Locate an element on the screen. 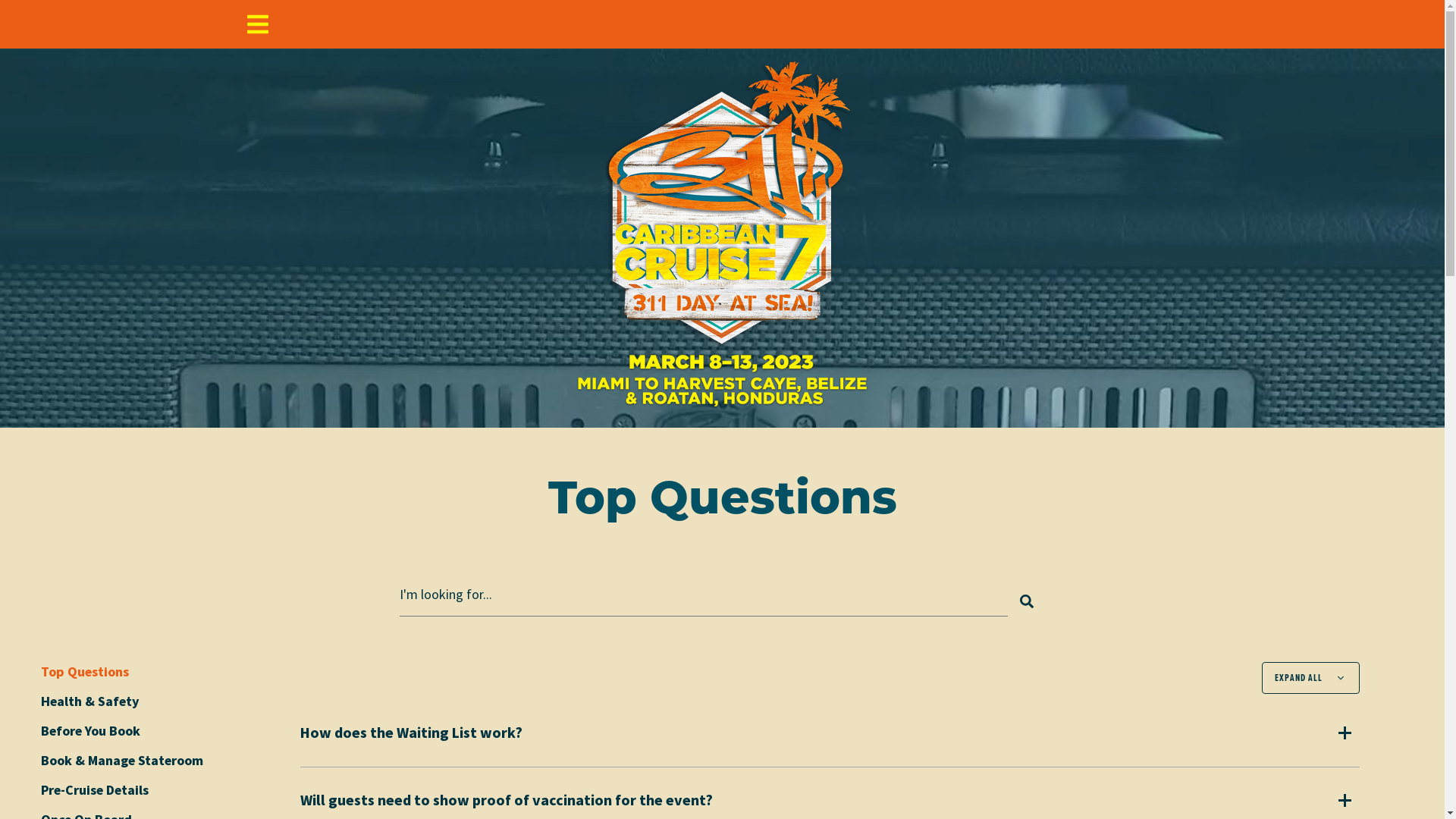 Image resolution: width=1456 pixels, height=819 pixels. 'EXPAND ALL' is located at coordinates (1310, 676).